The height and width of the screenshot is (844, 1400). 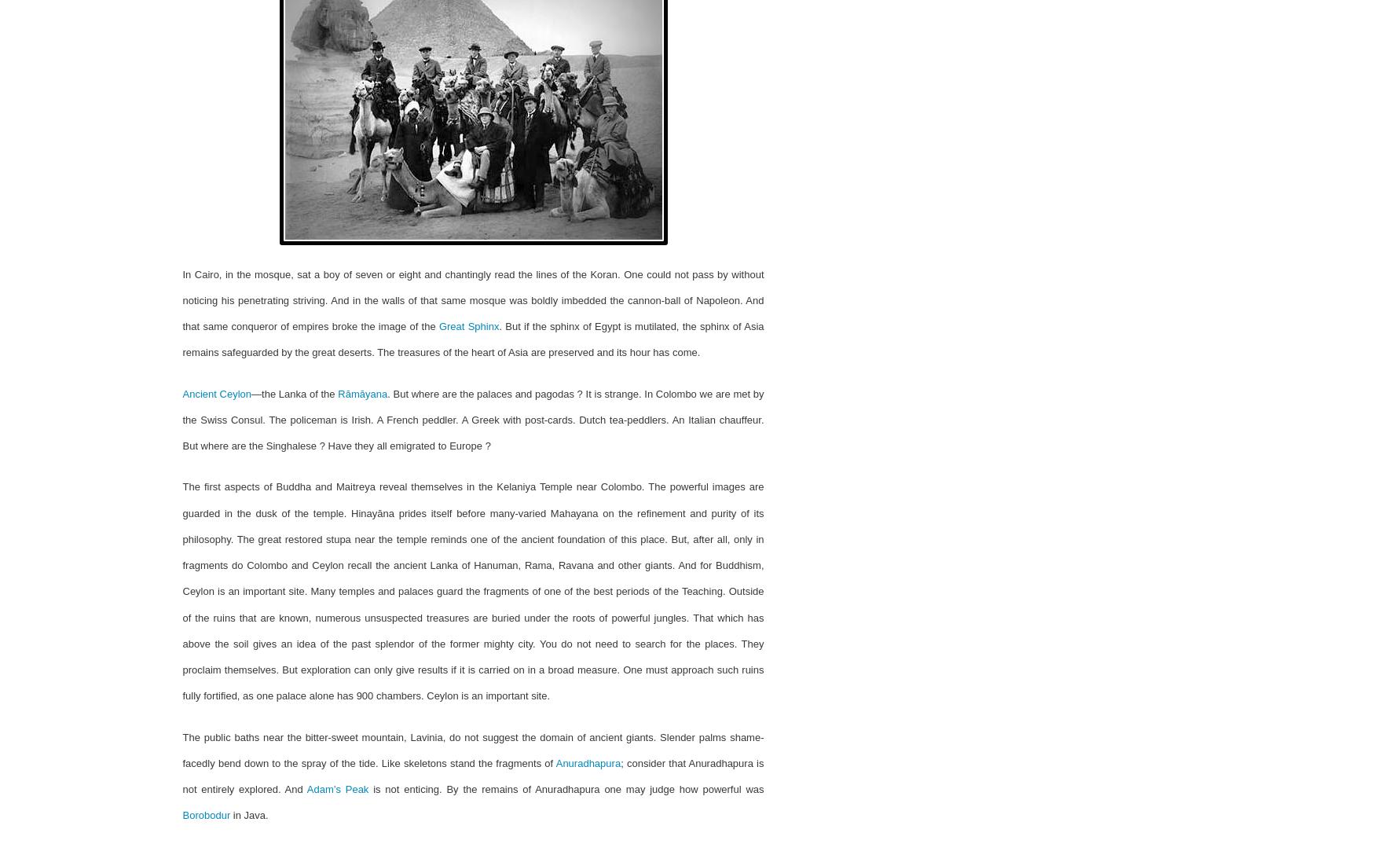 I want to click on 'The first aspects of Buddha and Maitreya reveal themselves in the Kelaniya Temple near Colombo. The powerful images are guarded in the dusk of the temple. Hinayāna prides itself before many-varied Mahayana on the refinement and purity of its philosophy. The great restored stupa near the temple re­minds one of the ancient foundation of this place. But, after all, only in fragments do Colombo and Ceylon recall the ancient Lanka of Hanuman, Rama, Ravana and other giants. And for Buddhism, Ceylon is an important site. Many temples and palaces guard the fragments of one of the best periods of the Teaching. Outside of the ruins that are known, numerous unsuspected treasures are buried under the roots of powerful jungles. That which has above the soil gives an idea of the past splendor of the former mighty city. You do not need to search for the places. They proclaim themselves. But exploration can only give results if it is carried on in a broad measure. One must approach such ruins fully fortified, as one palace alone has 900 chambers. Ceylon is an important site.', so click(x=472, y=590).